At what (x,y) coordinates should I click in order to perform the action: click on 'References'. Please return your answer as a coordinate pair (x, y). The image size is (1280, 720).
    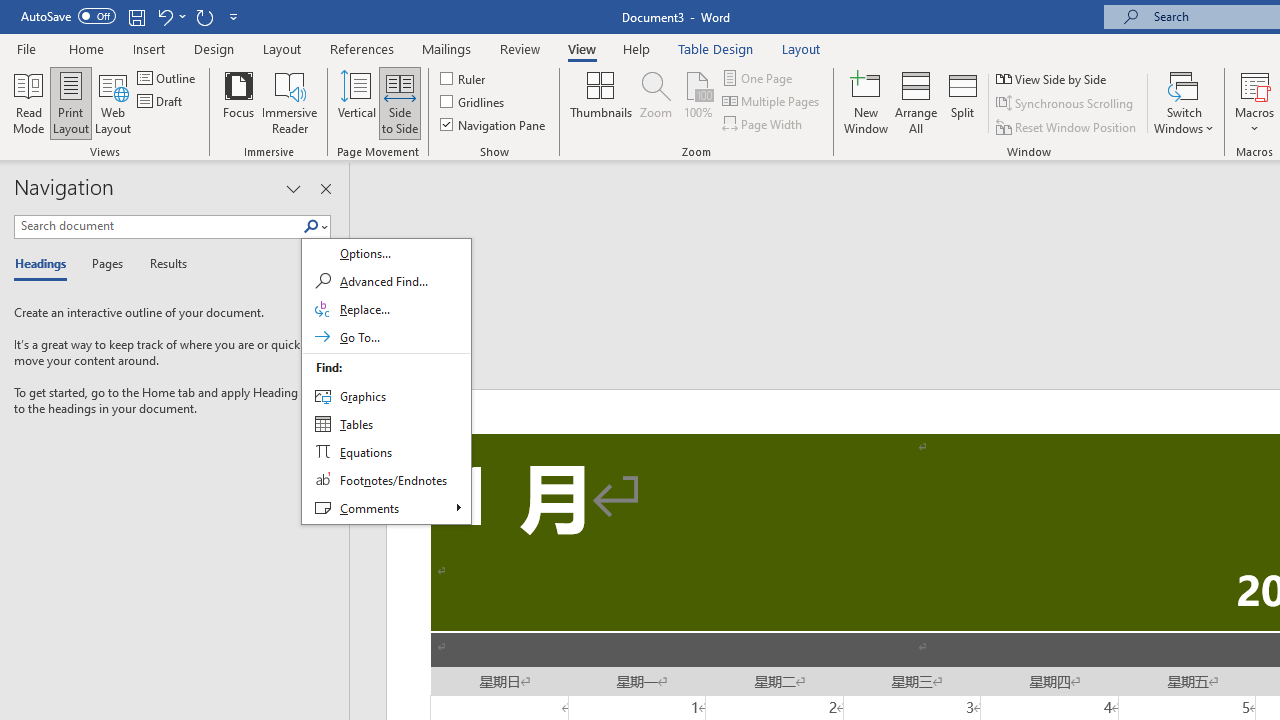
    Looking at the image, I should click on (362, 48).